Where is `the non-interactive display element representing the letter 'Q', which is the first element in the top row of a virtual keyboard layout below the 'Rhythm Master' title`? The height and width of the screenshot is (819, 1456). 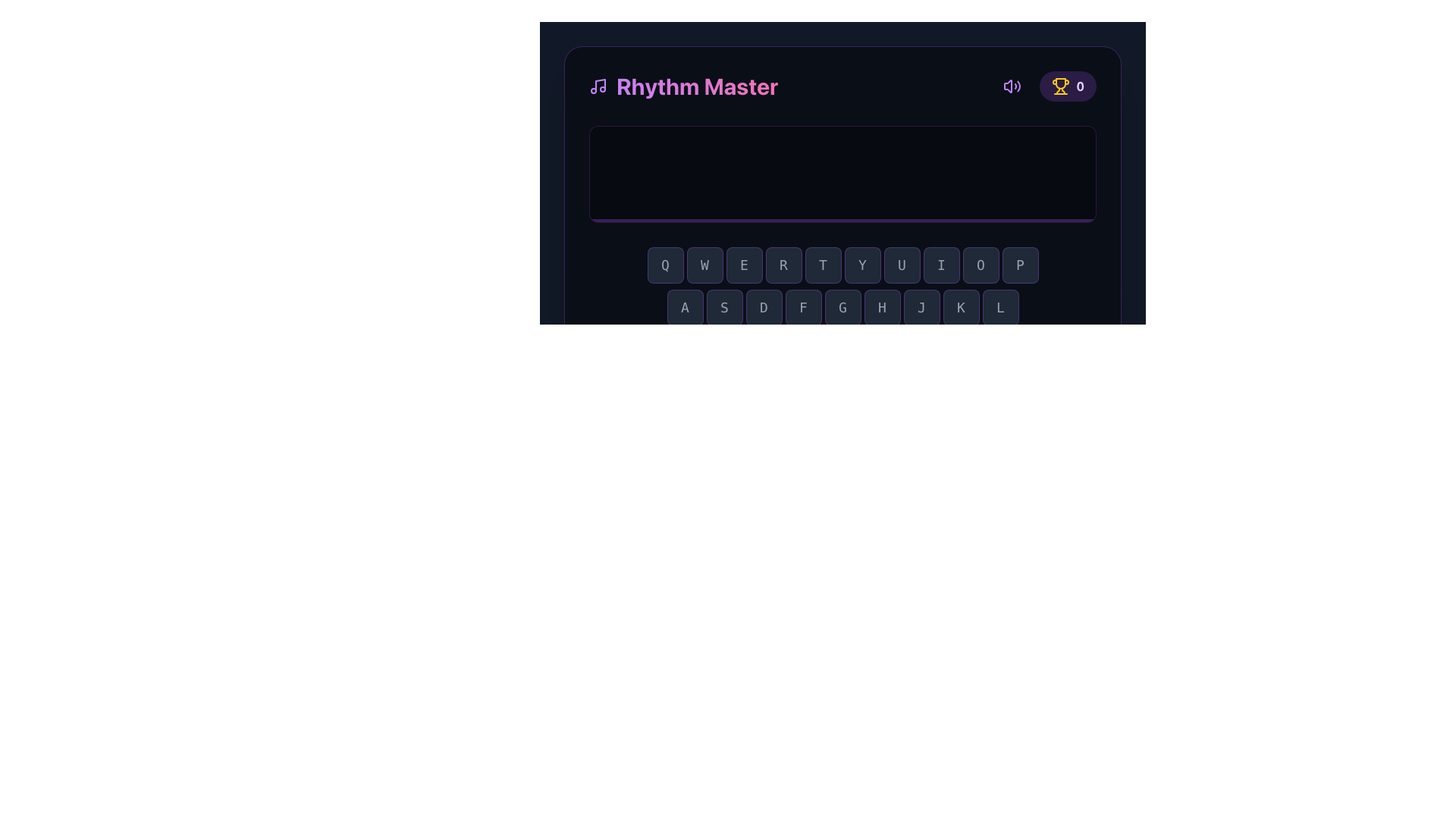 the non-interactive display element representing the letter 'Q', which is the first element in the top row of a virtual keyboard layout below the 'Rhythm Master' title is located at coordinates (665, 265).